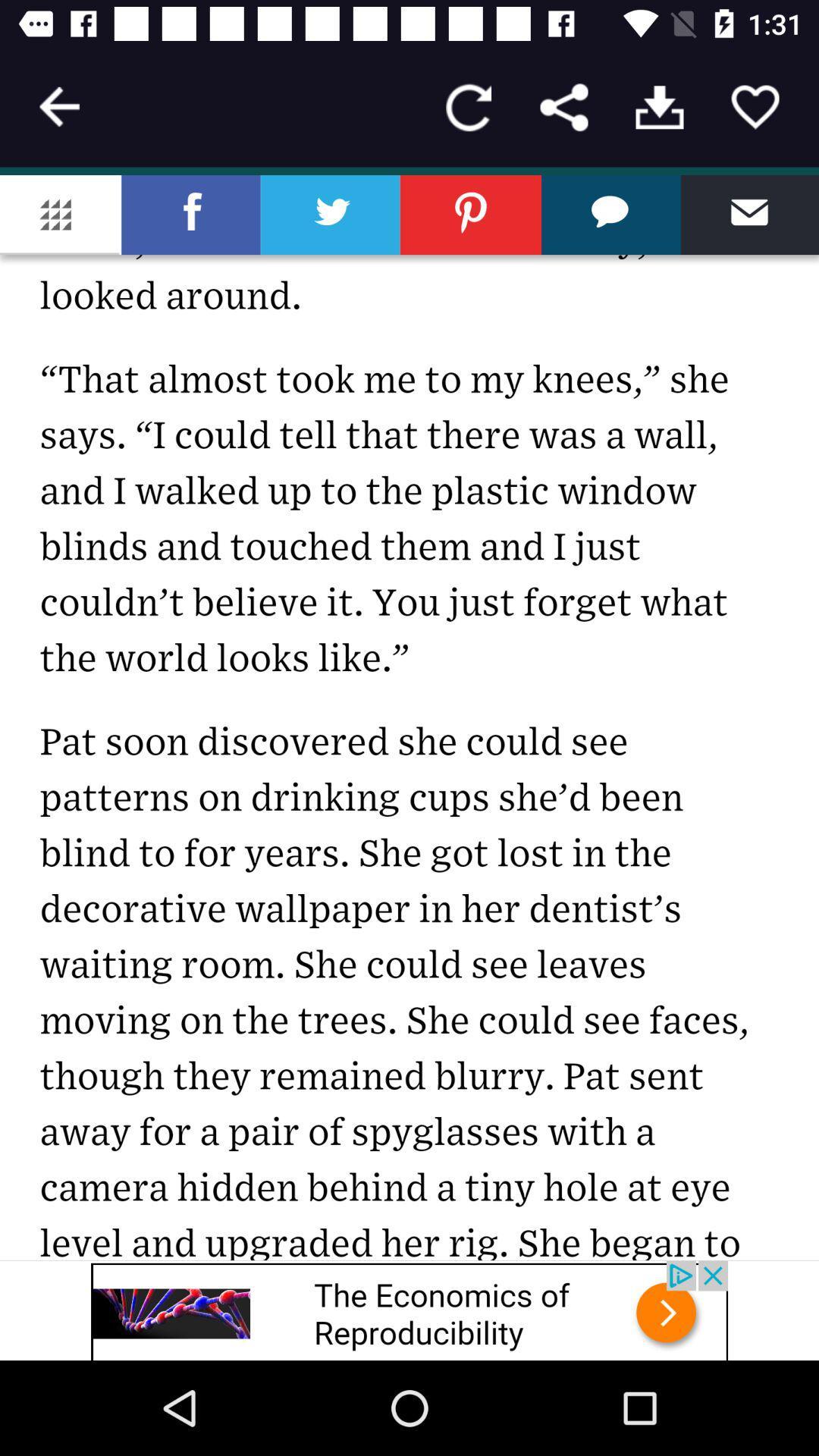 The width and height of the screenshot is (819, 1456). I want to click on share the news, so click(409, 717).